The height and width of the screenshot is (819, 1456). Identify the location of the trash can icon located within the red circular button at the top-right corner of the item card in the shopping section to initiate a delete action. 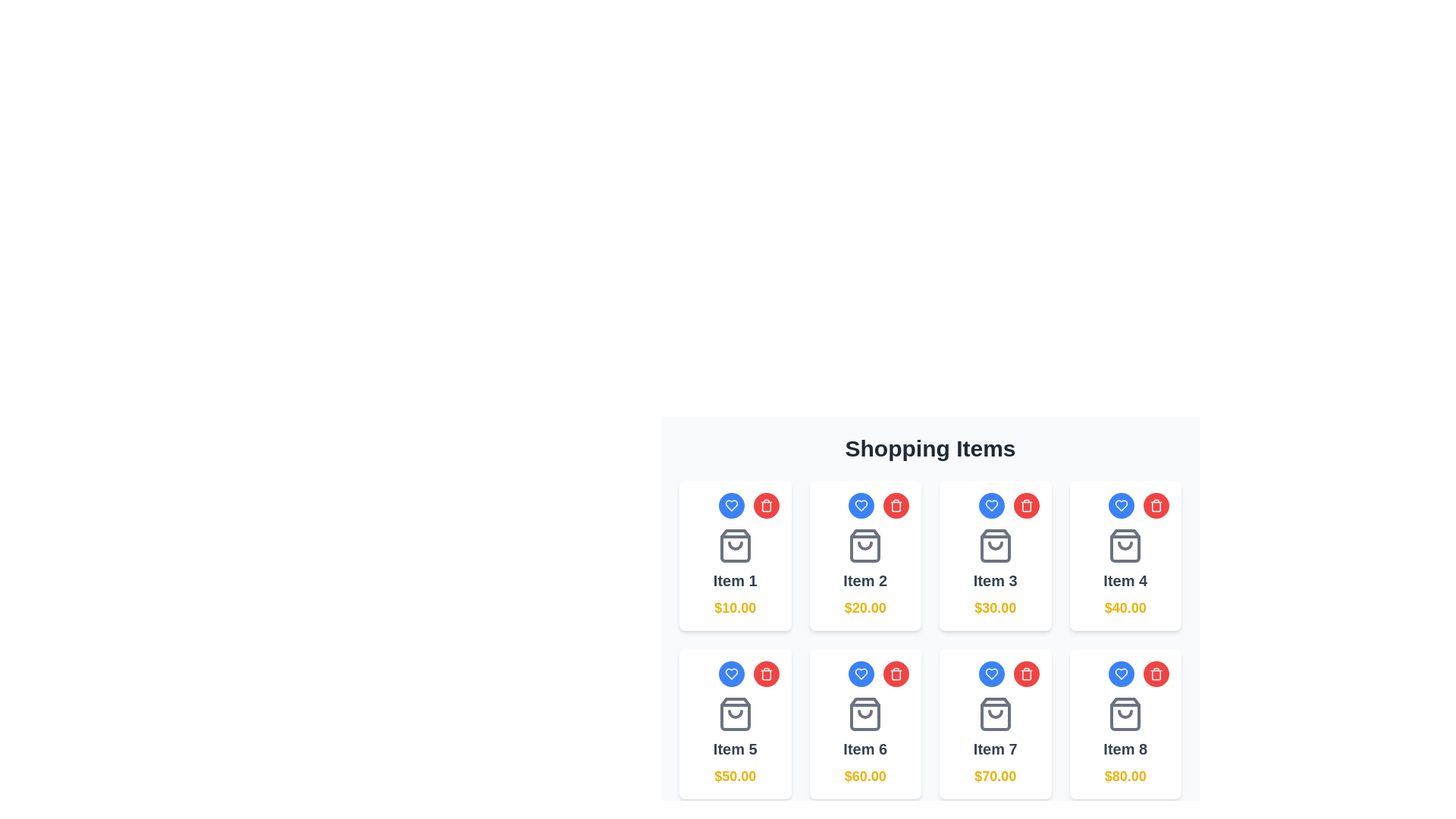
(896, 506).